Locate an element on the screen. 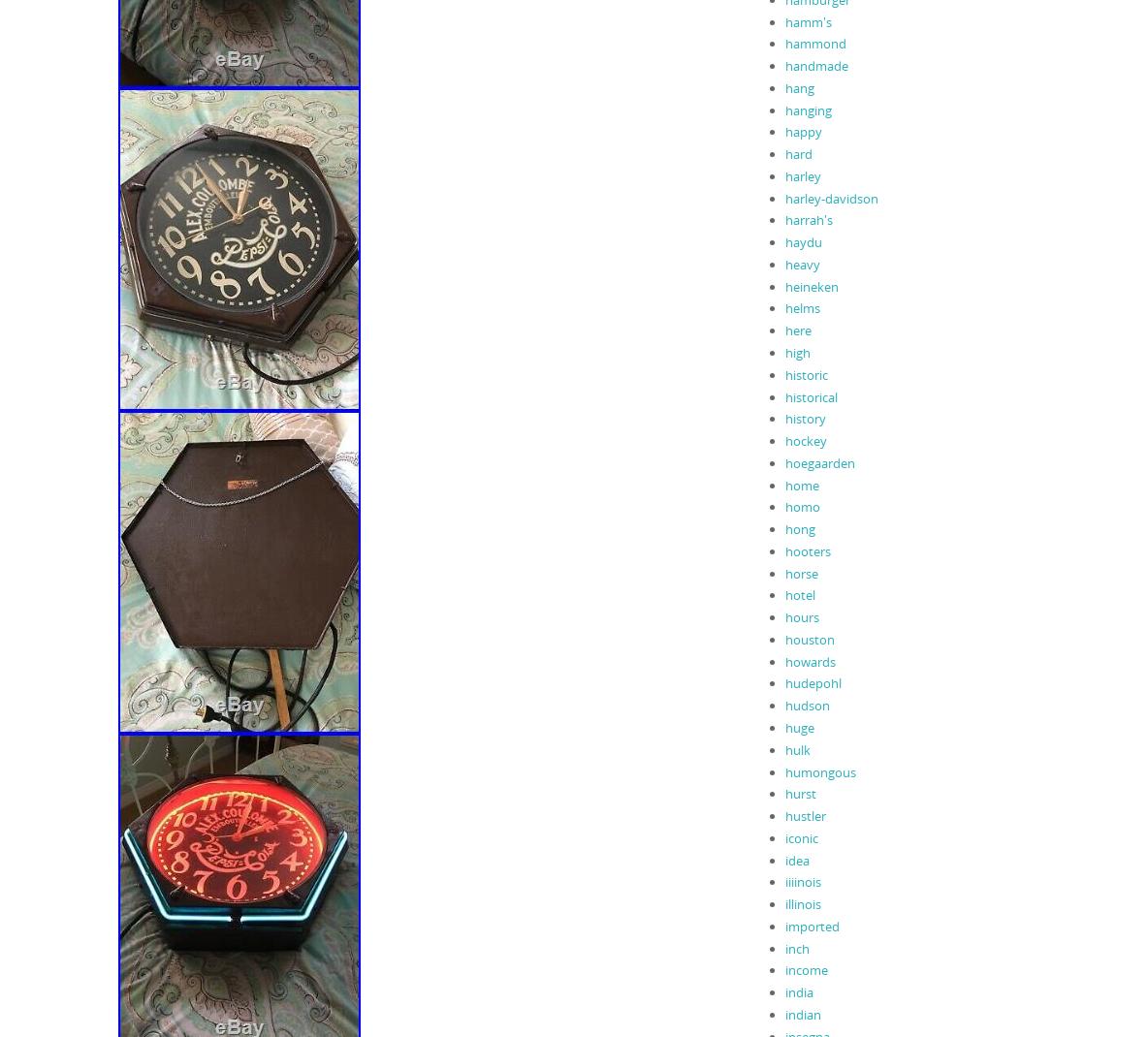 This screenshot has height=1037, width=1148. 'handmade' is located at coordinates (815, 65).